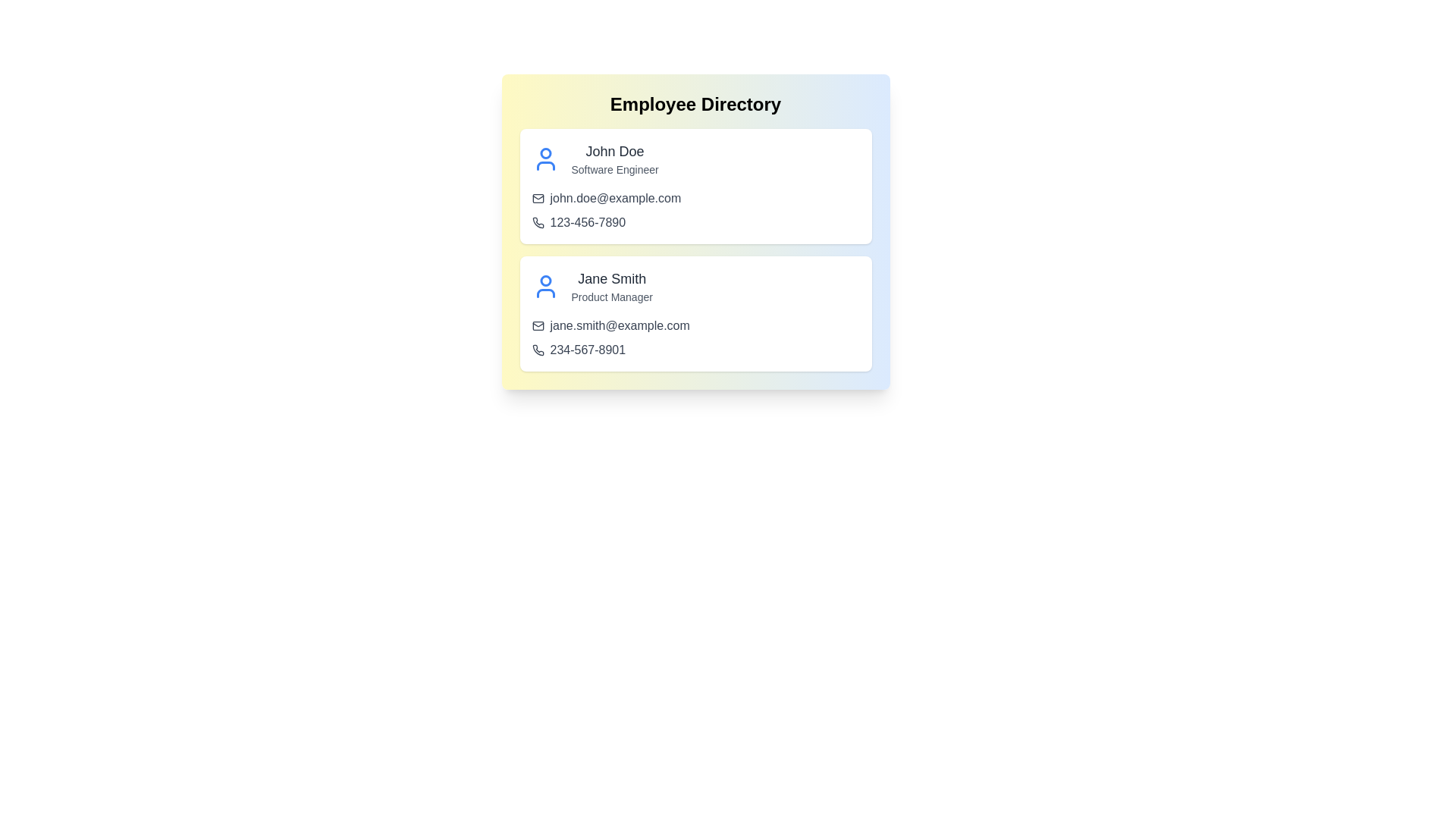  Describe the element at coordinates (695, 325) in the screenshot. I see `the email link for Jane Smith` at that location.